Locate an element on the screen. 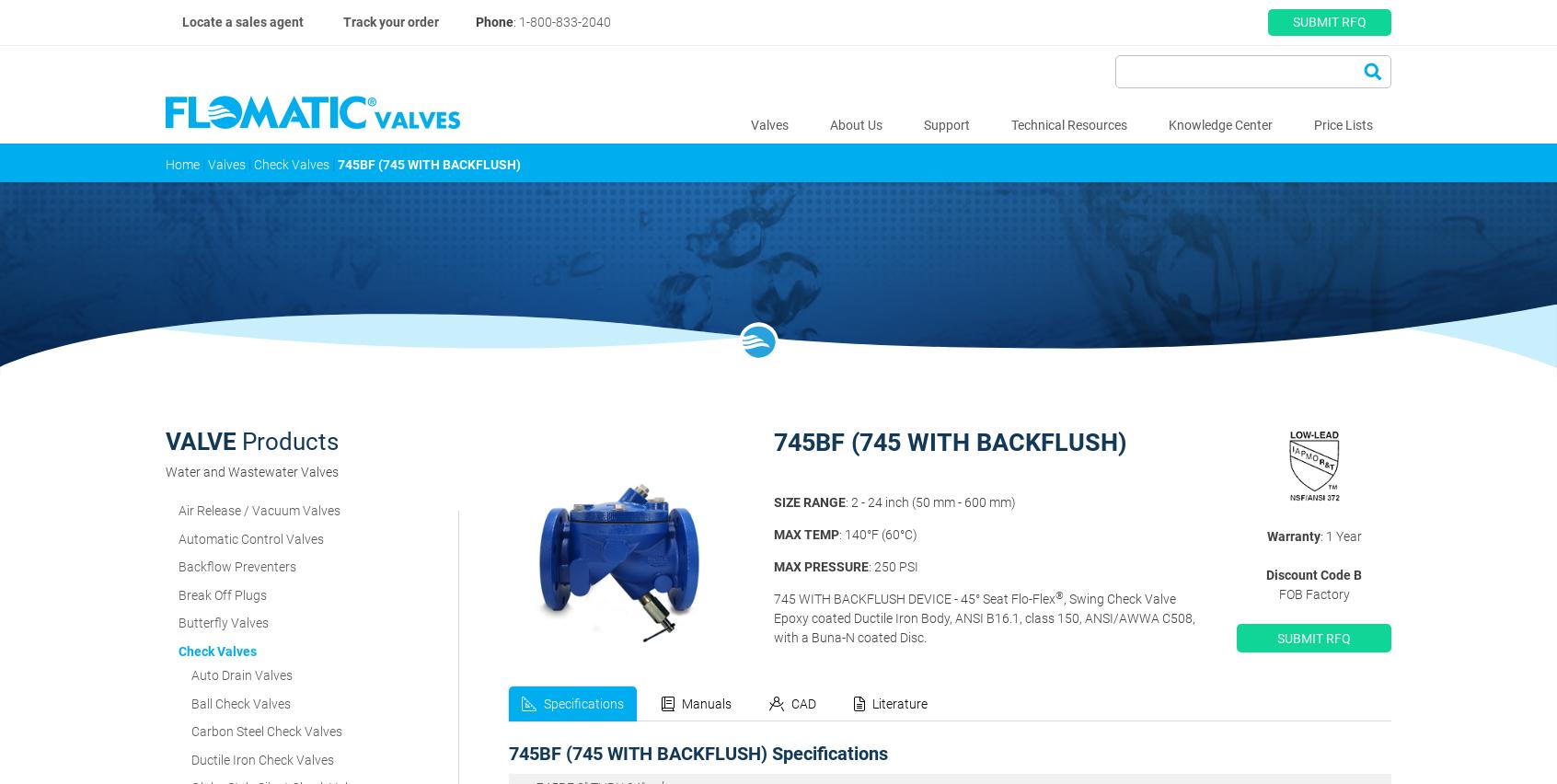  '40' is located at coordinates (956, 675).